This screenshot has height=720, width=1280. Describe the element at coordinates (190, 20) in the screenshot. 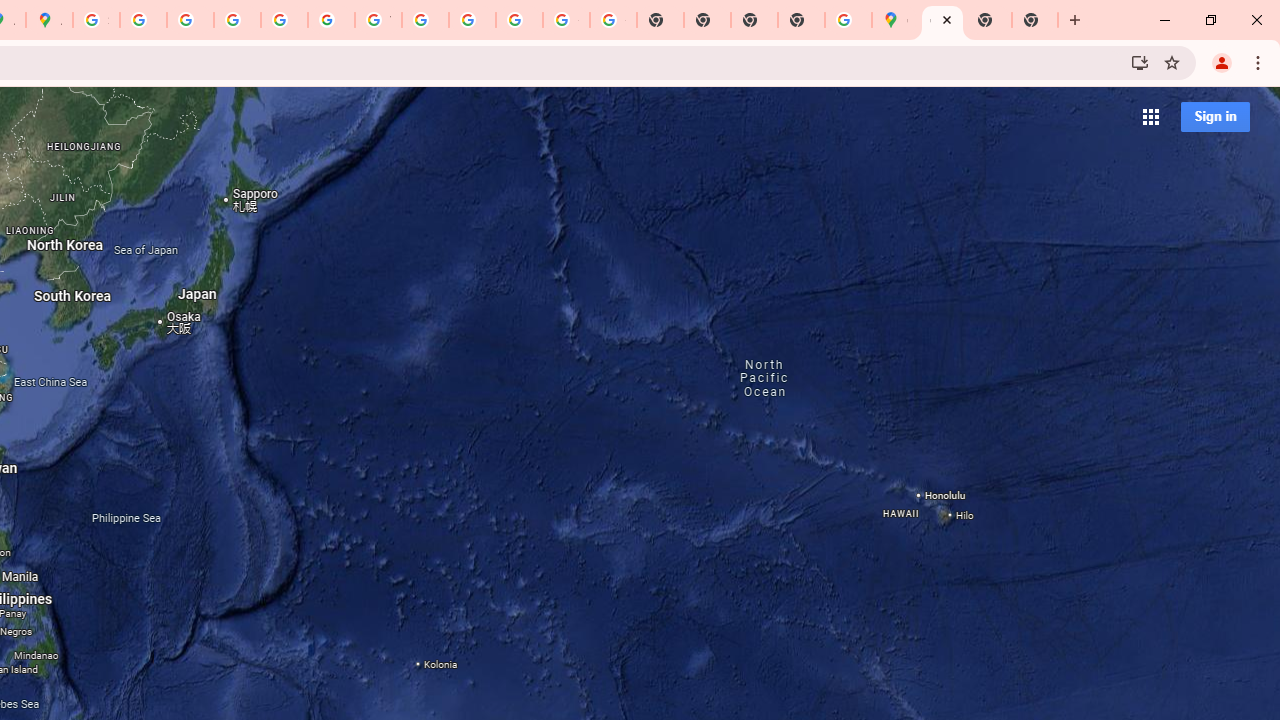

I see `'Privacy Help Center - Policies Help'` at that location.